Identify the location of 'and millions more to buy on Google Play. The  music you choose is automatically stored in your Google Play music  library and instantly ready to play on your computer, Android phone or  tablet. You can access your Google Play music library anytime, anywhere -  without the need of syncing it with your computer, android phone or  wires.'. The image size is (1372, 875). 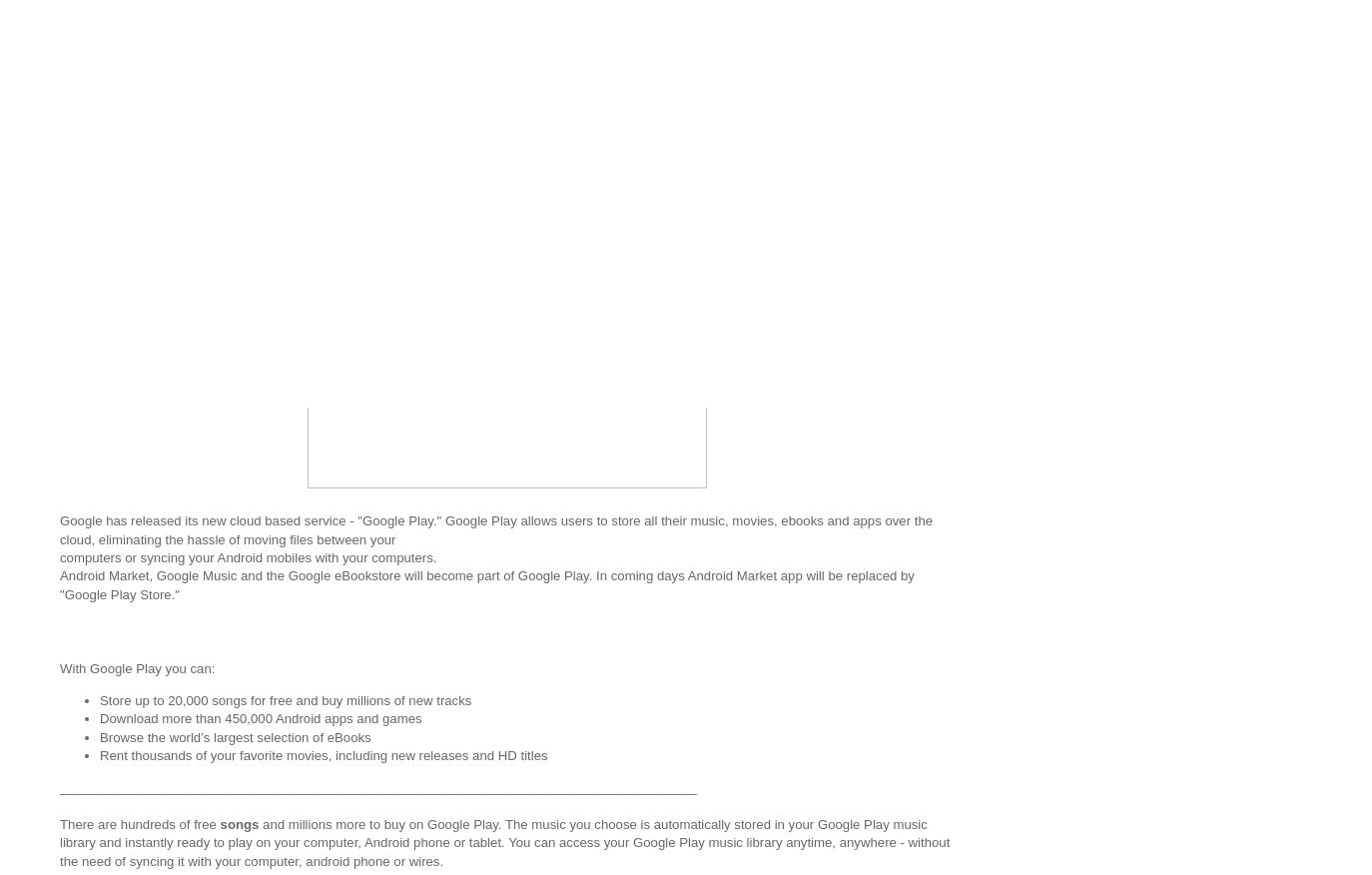
(504, 841).